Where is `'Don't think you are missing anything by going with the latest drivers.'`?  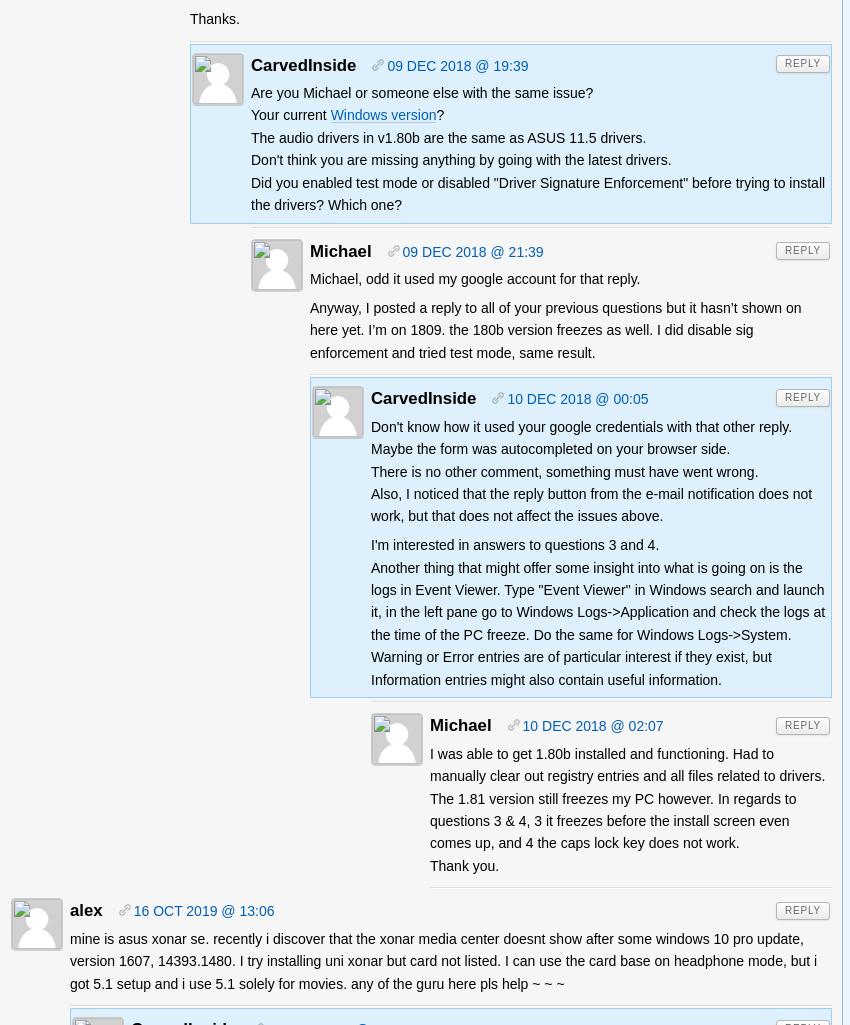
'Don't think you are missing anything by going with the latest drivers.' is located at coordinates (460, 159).